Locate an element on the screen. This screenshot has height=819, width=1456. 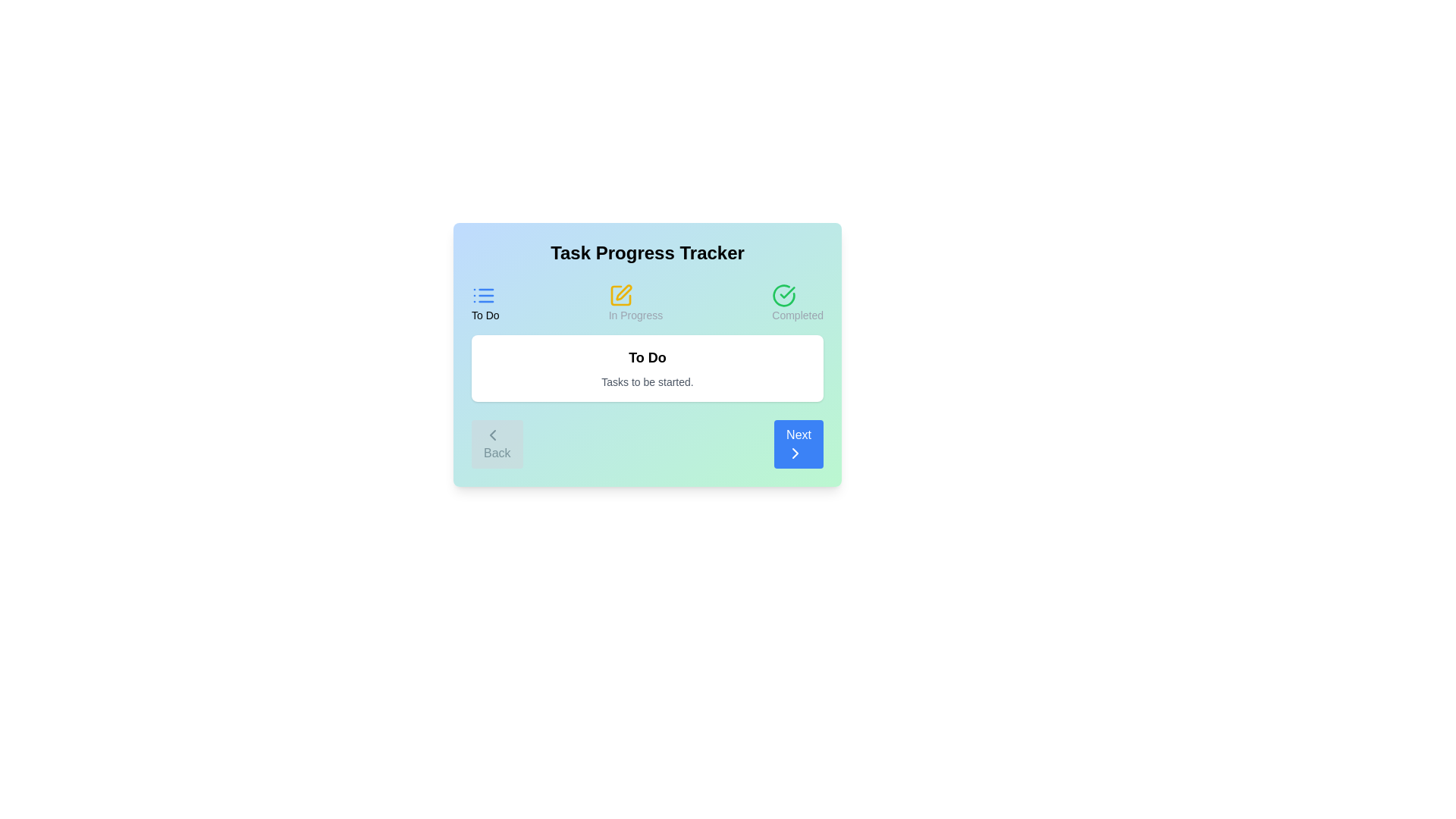
the icon for the step To Do to view its details is located at coordinates (484, 295).